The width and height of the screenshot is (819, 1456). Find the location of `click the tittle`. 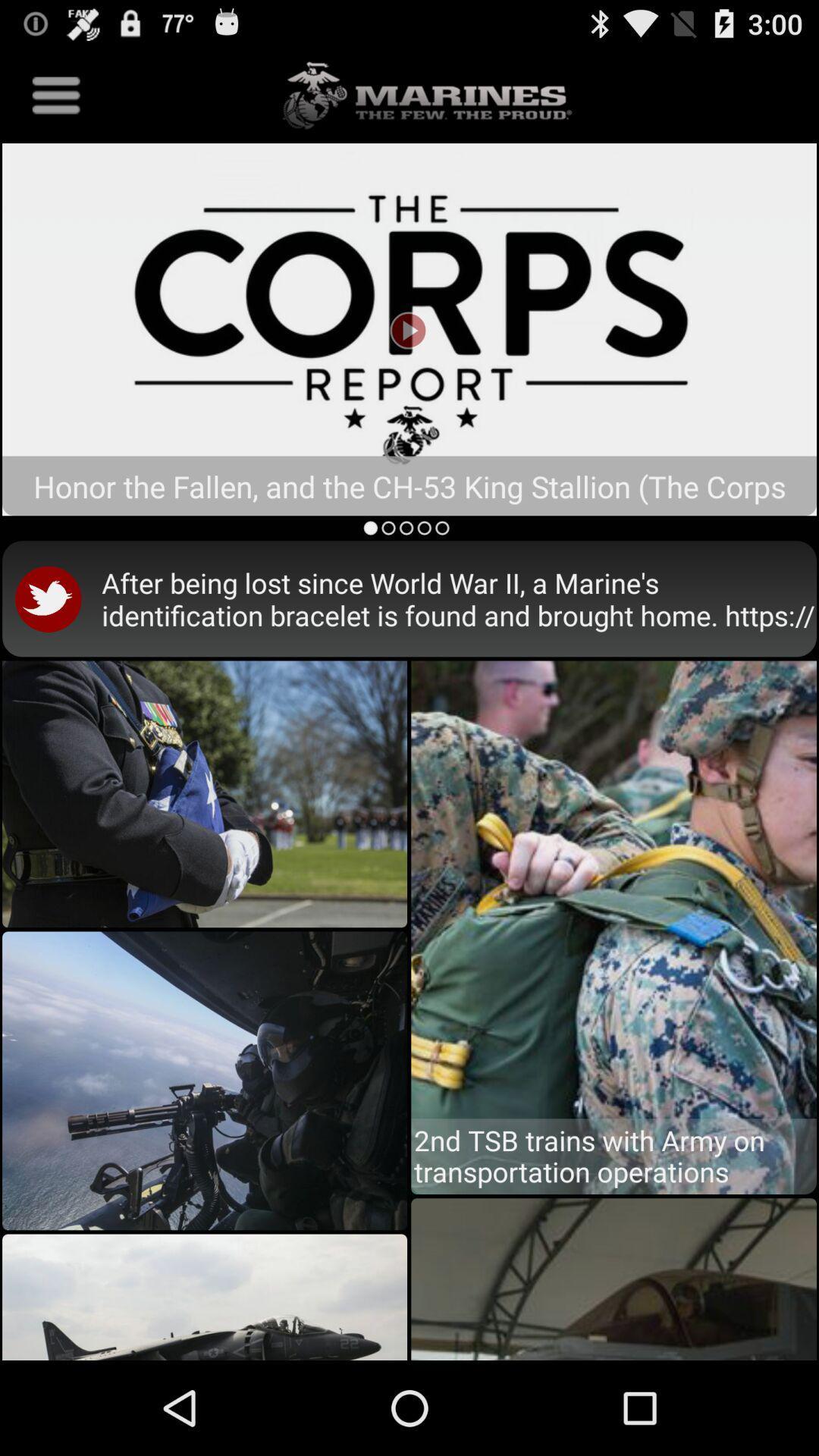

click the tittle is located at coordinates (409, 328).